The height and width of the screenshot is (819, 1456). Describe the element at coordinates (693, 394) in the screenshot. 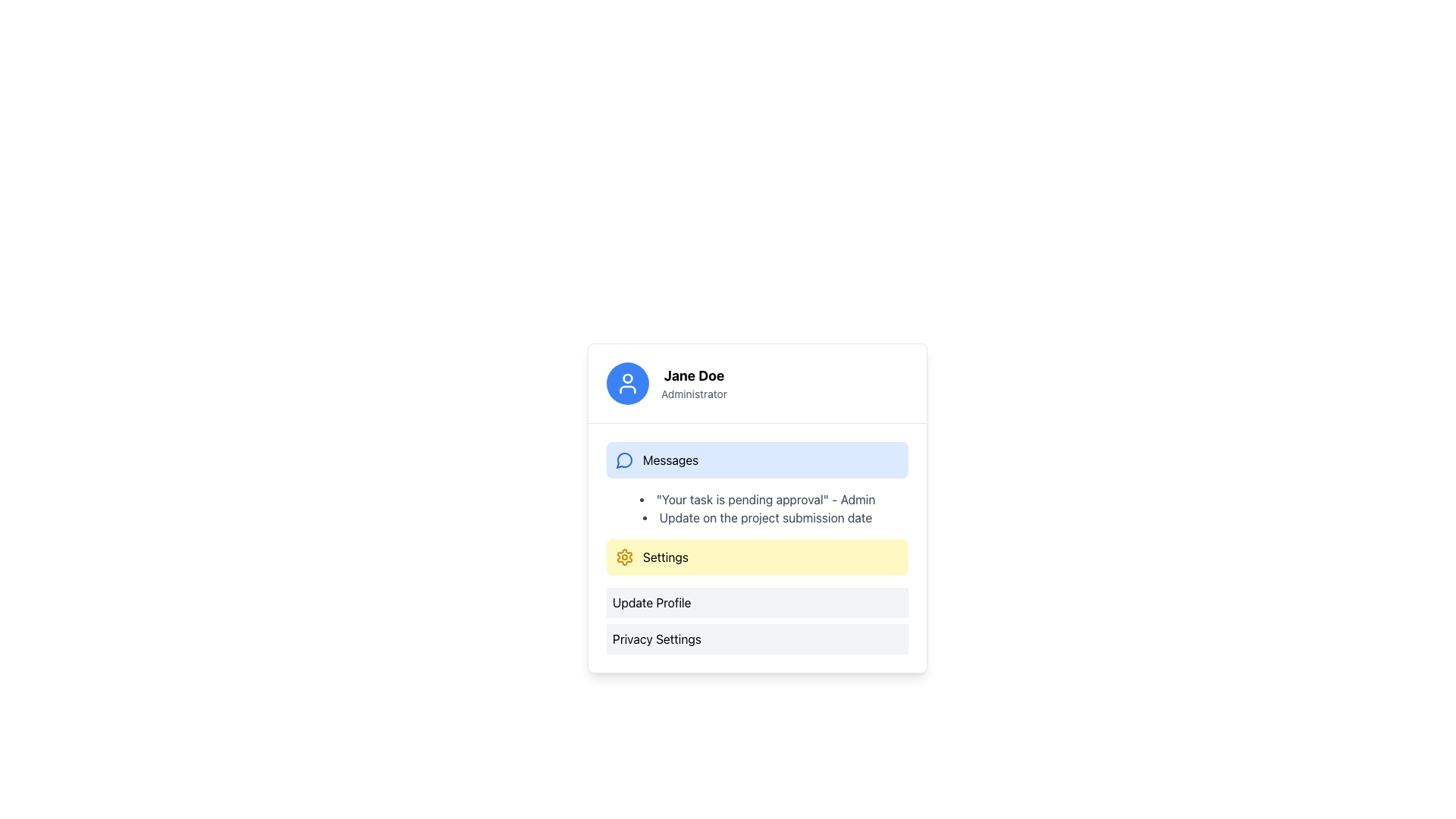

I see `the text label indicating the user's role or designation, which is located beneath 'Jane Doe' in the user profile section` at that location.